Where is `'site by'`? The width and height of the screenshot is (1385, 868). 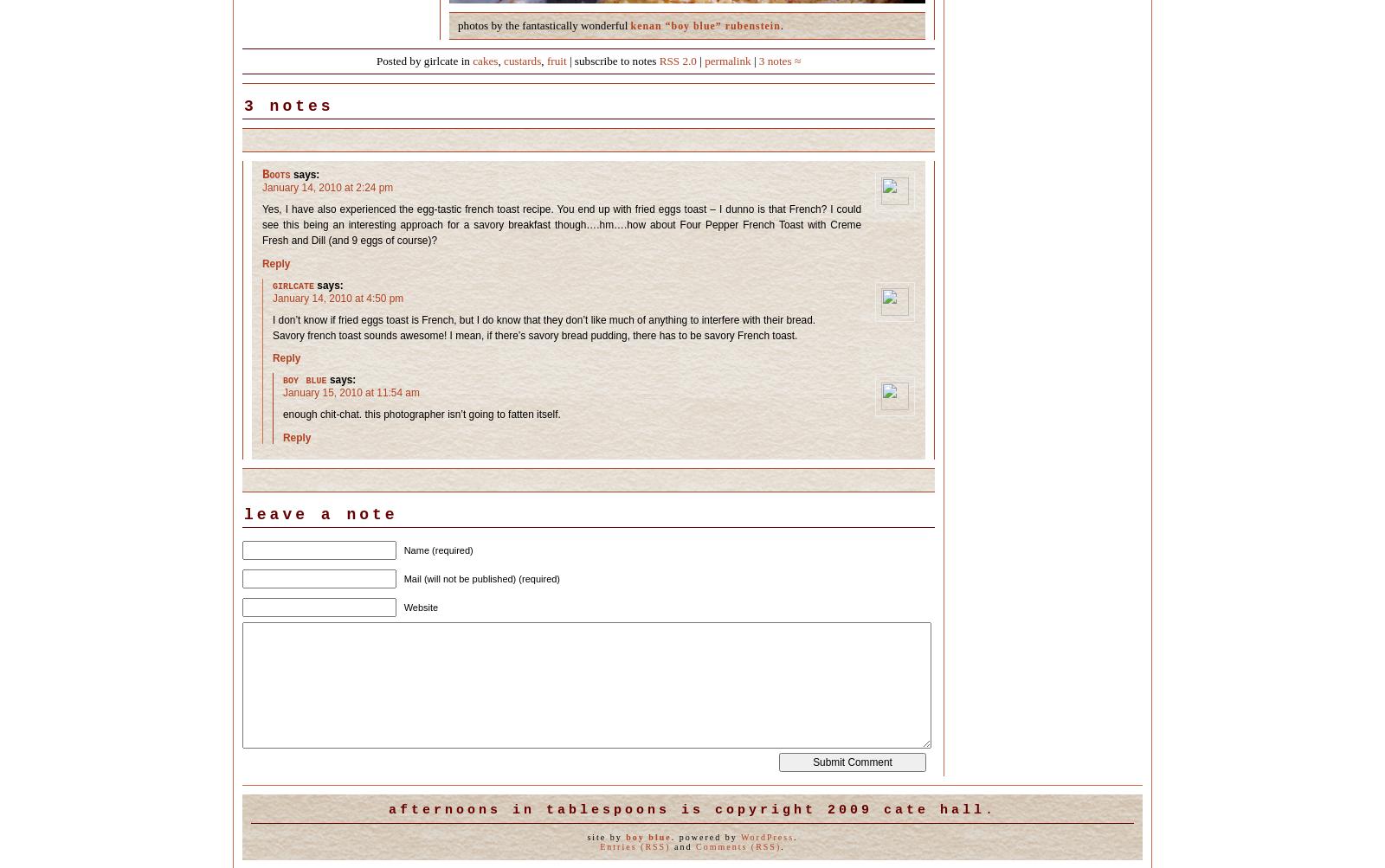
'site by' is located at coordinates (606, 836).